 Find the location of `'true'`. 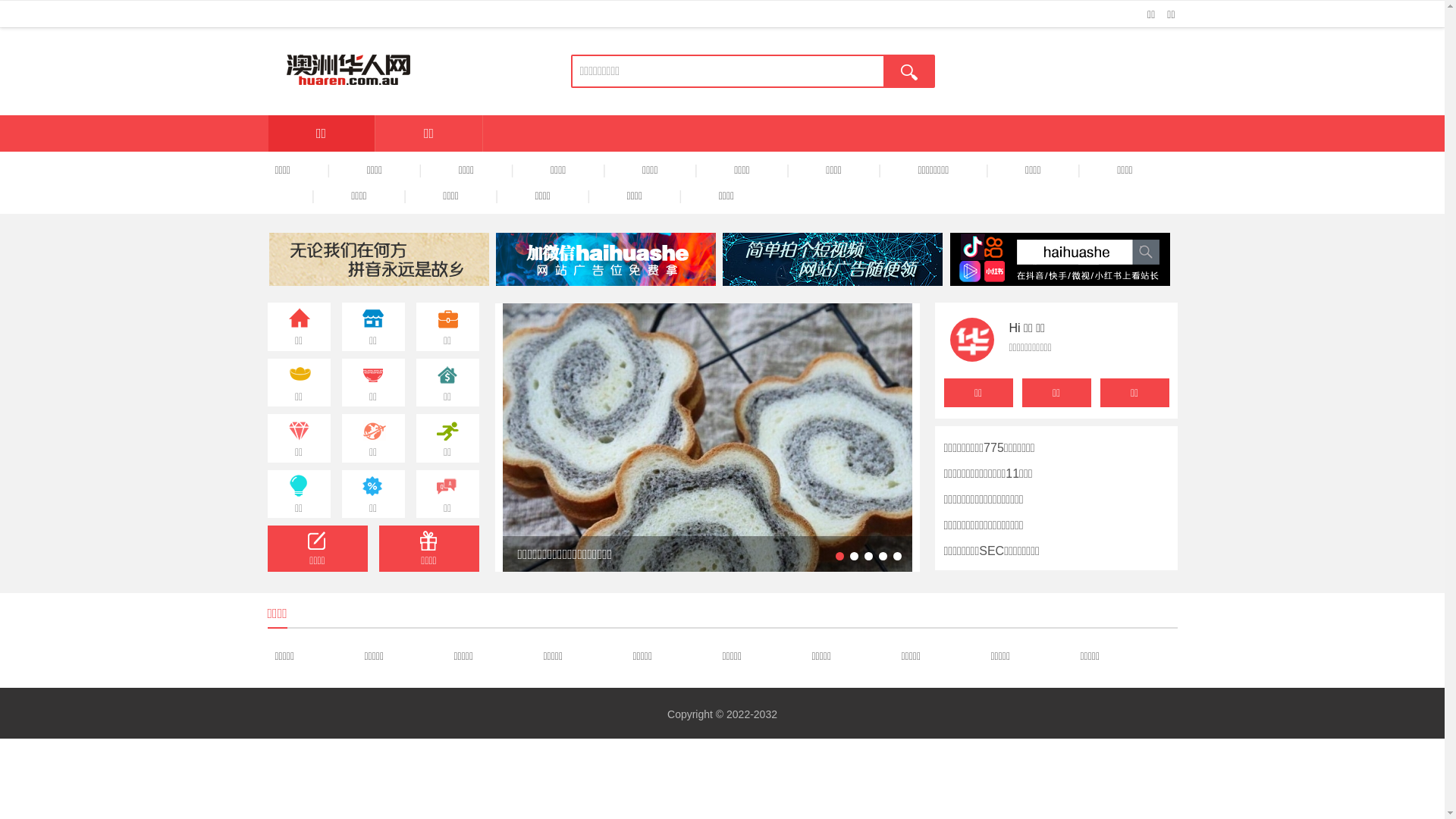

'true' is located at coordinates (909, 71).